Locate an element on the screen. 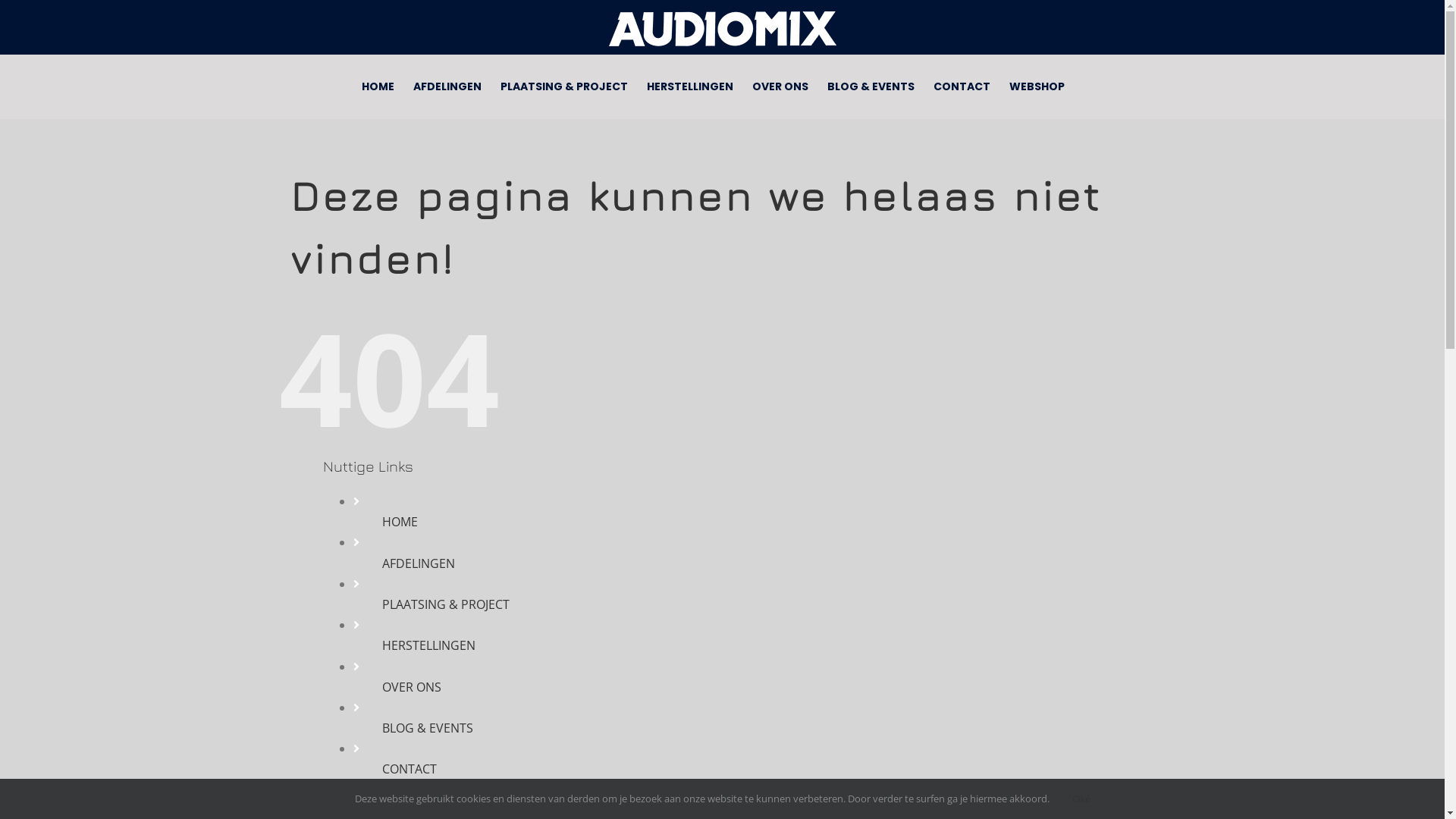 This screenshot has height=819, width=1456. 'AFDELINGEN' is located at coordinates (419, 563).